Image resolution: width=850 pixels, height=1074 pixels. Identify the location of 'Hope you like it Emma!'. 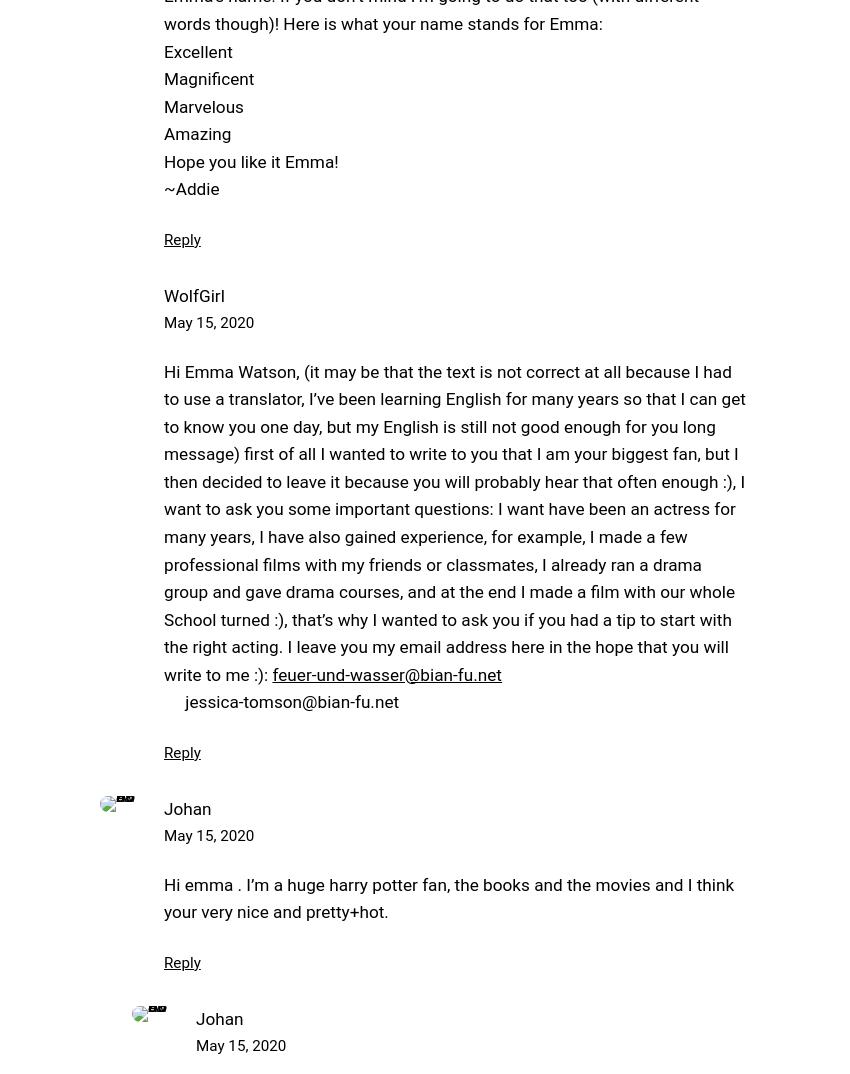
(251, 159).